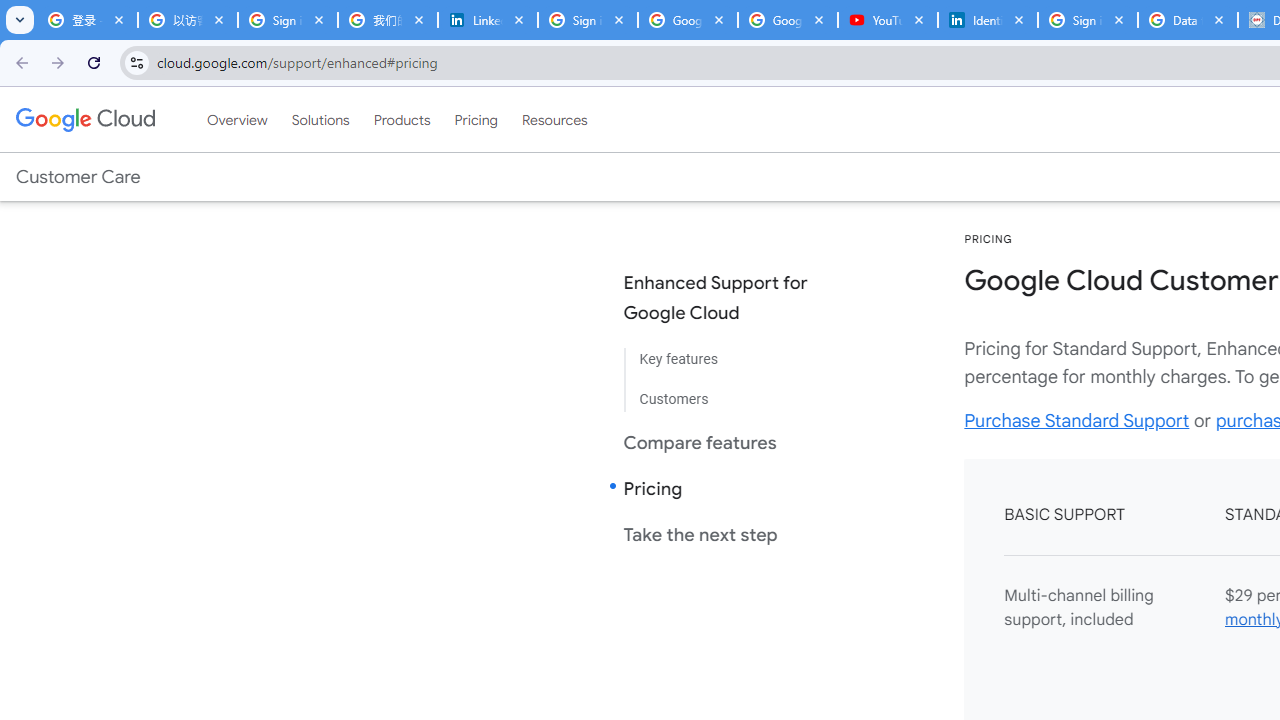 The height and width of the screenshot is (720, 1280). What do you see at coordinates (988, 20) in the screenshot?
I see `'Identity verification via Persona | LinkedIn Help'` at bounding box center [988, 20].